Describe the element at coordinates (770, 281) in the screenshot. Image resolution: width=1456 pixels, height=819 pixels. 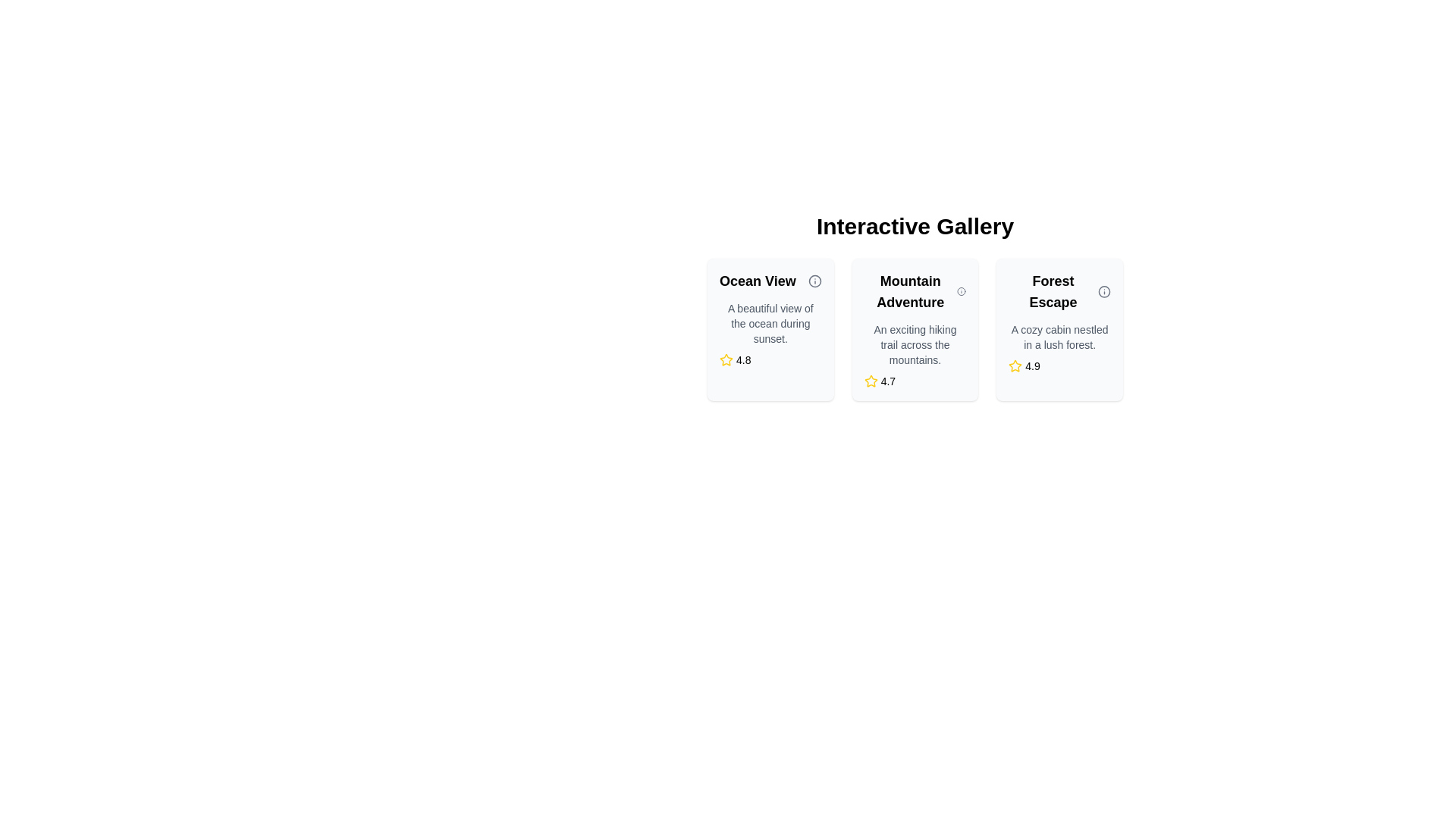
I see `the text label reading 'Ocean View', which is styled in bold and larger font, located at the top left of the first card in a horizontally aligned group of cards` at that location.